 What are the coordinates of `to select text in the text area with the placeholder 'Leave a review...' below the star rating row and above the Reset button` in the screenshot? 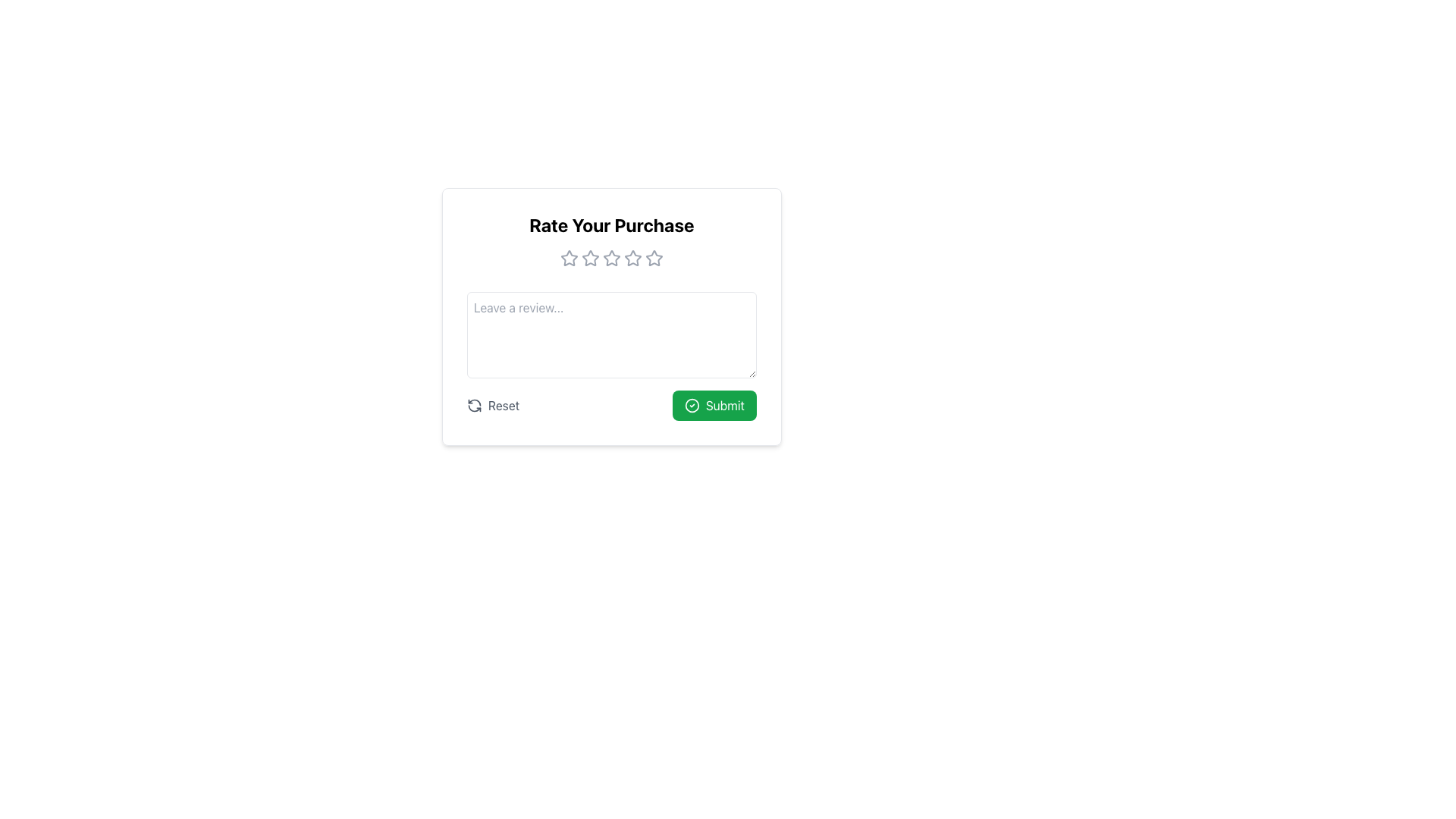 It's located at (611, 334).